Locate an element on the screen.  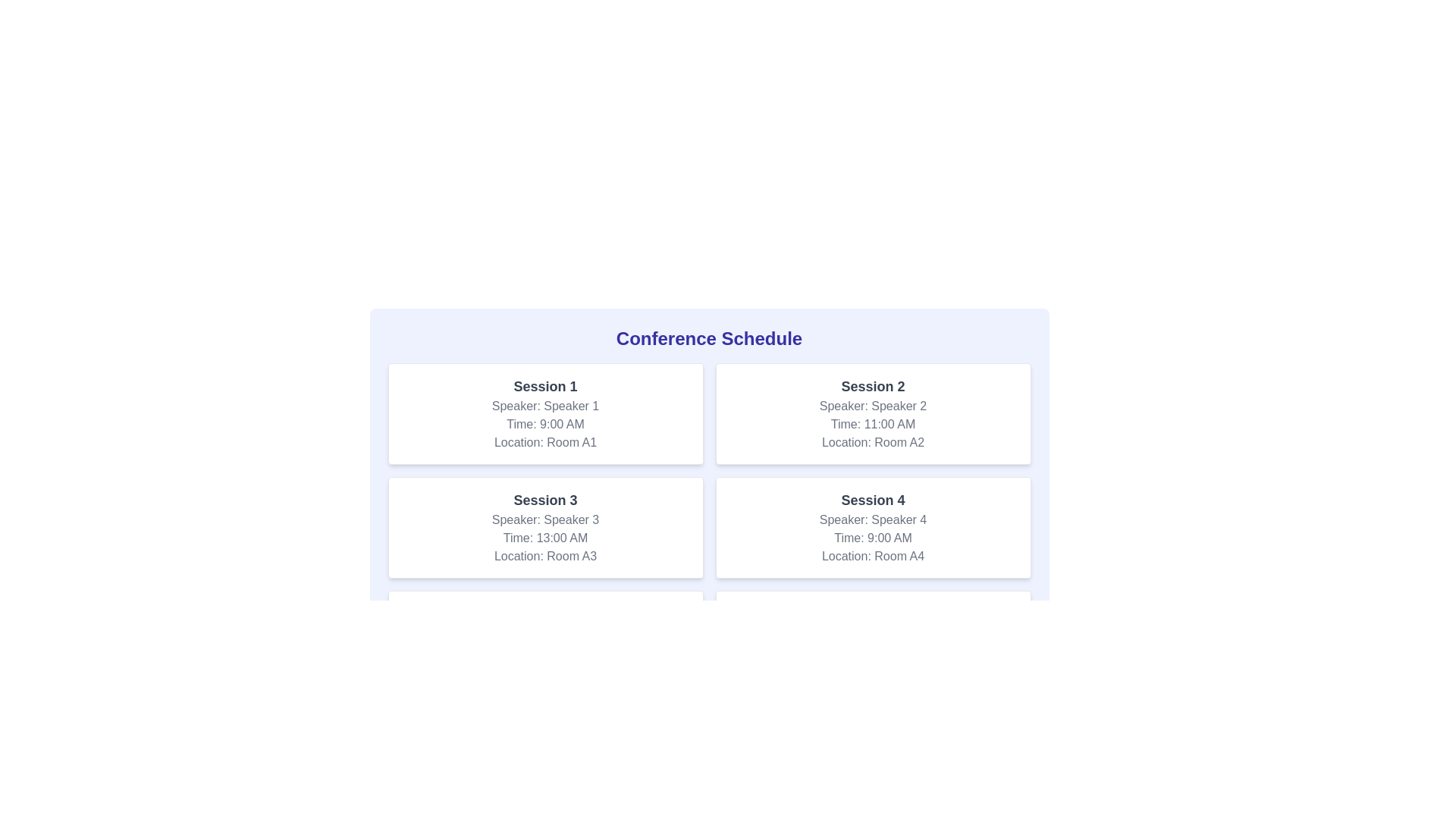
the Informational card displaying 'Session 3' with details about the session, located is located at coordinates (545, 526).